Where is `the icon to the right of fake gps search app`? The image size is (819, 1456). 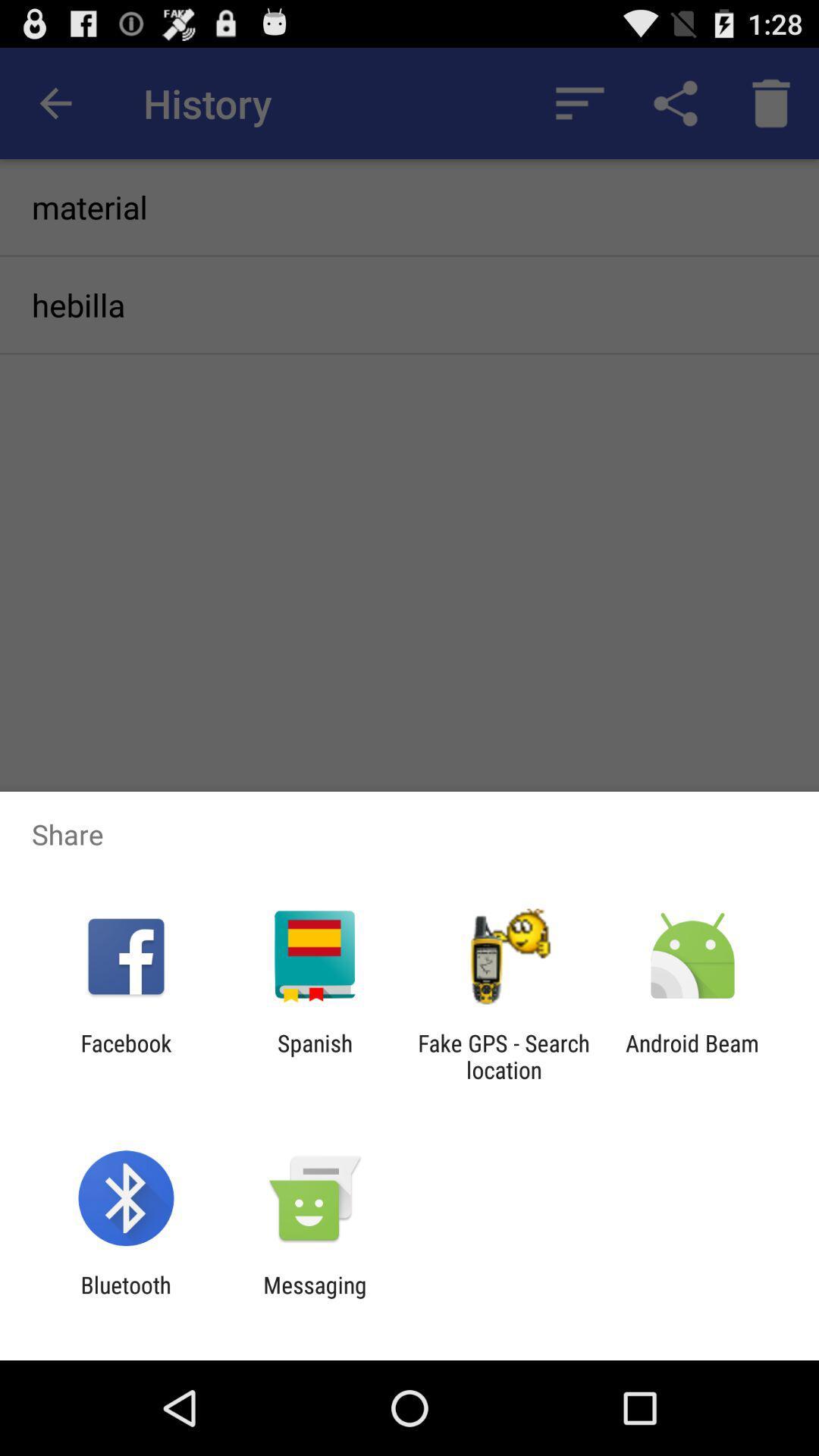 the icon to the right of fake gps search app is located at coordinates (692, 1056).